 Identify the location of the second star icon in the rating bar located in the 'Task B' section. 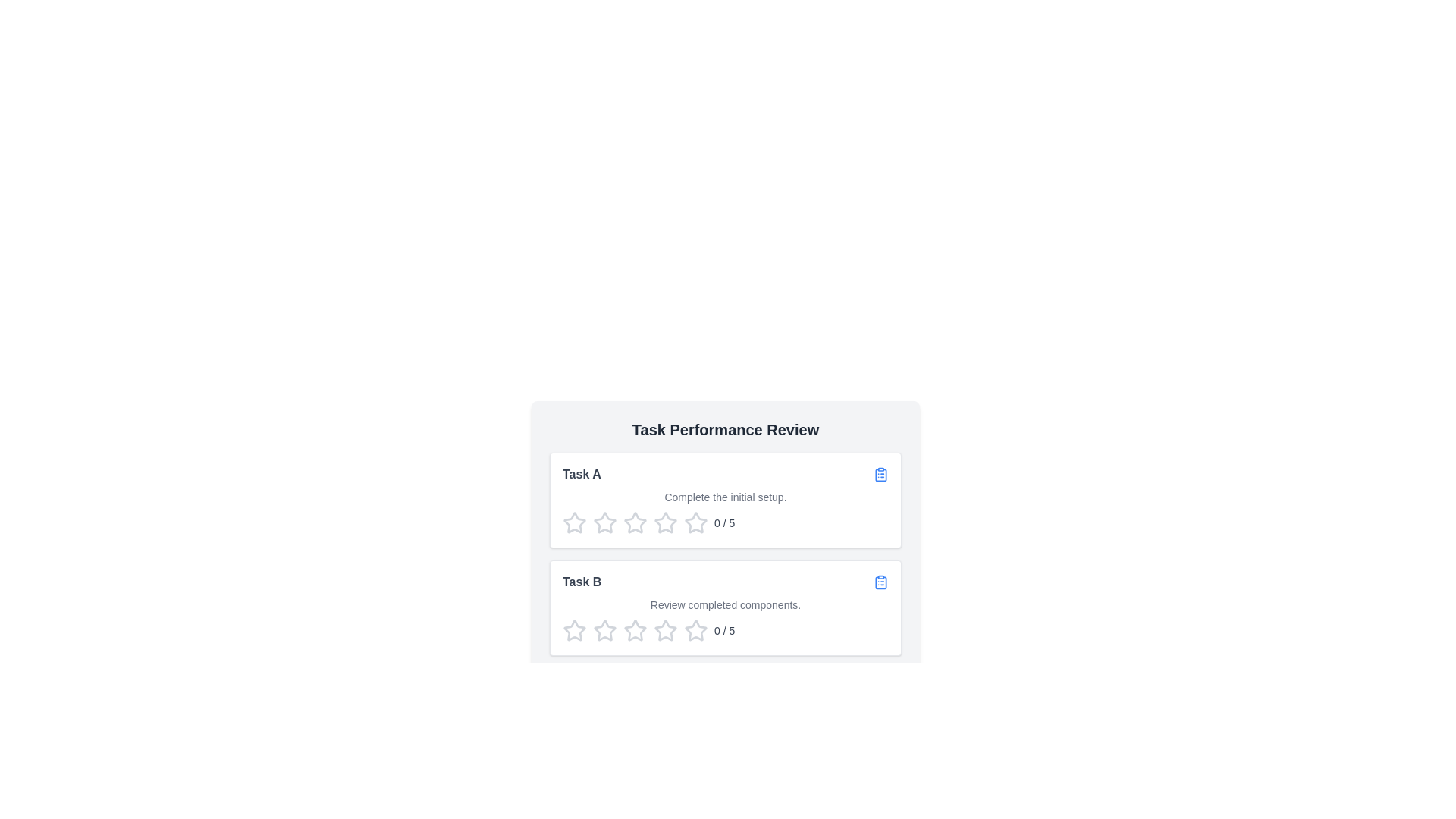
(665, 629).